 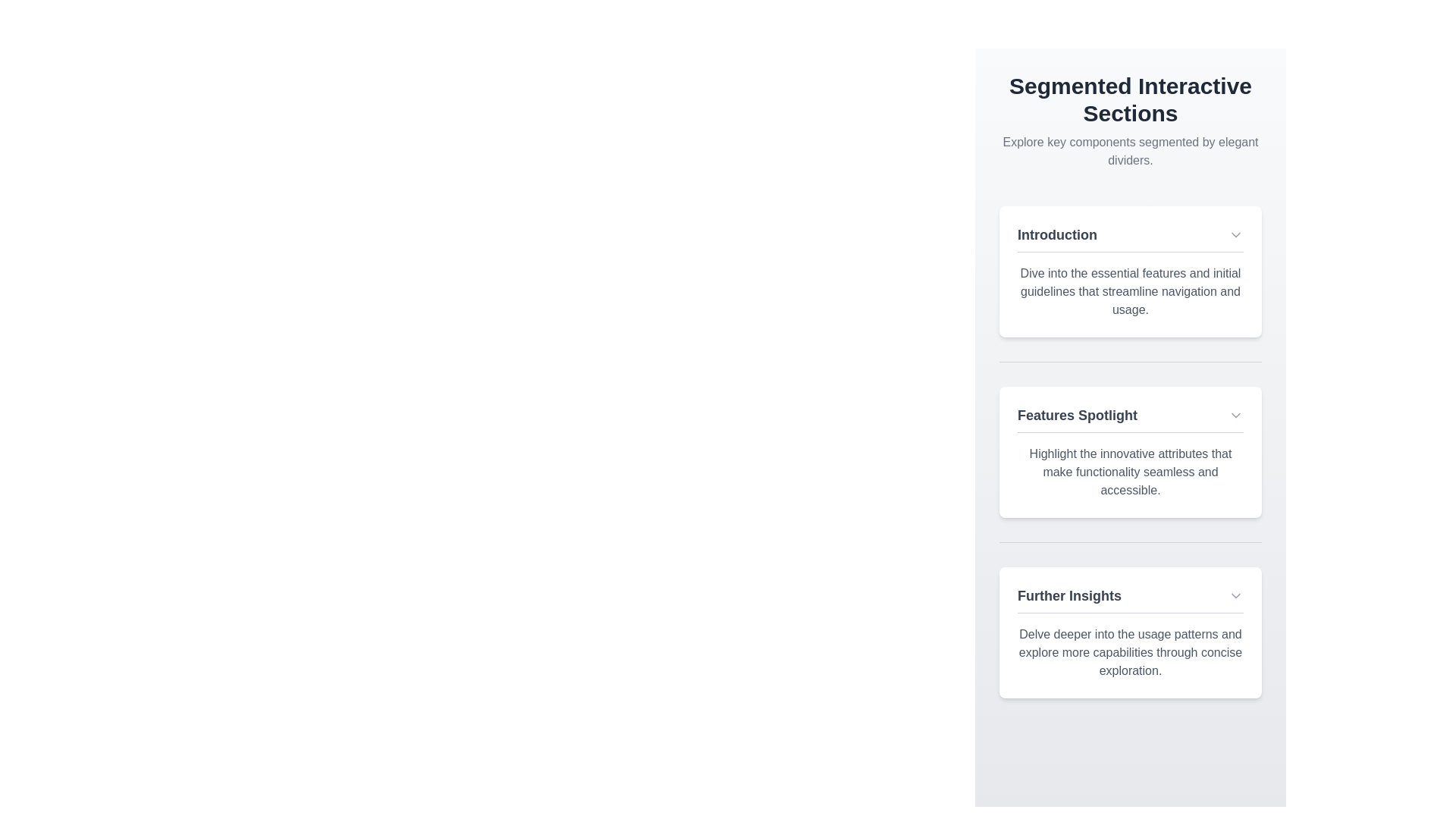 What do you see at coordinates (1131, 472) in the screenshot?
I see `text block containing 'Highlight the innovative attributes that make functionality seamless and accessible.' located in the 'Features Spotlight' section beneath its title` at bounding box center [1131, 472].